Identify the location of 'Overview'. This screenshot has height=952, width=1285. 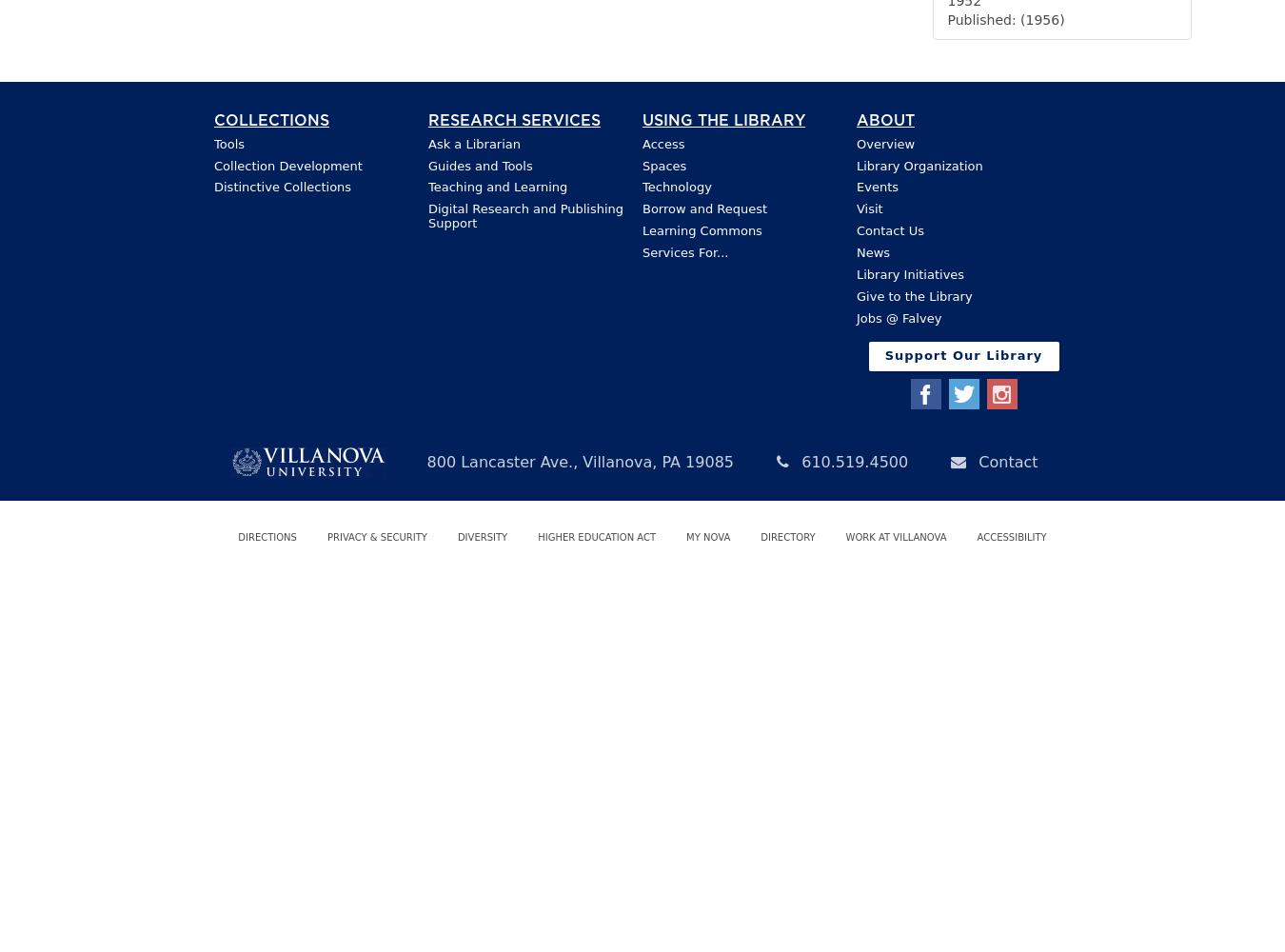
(884, 143).